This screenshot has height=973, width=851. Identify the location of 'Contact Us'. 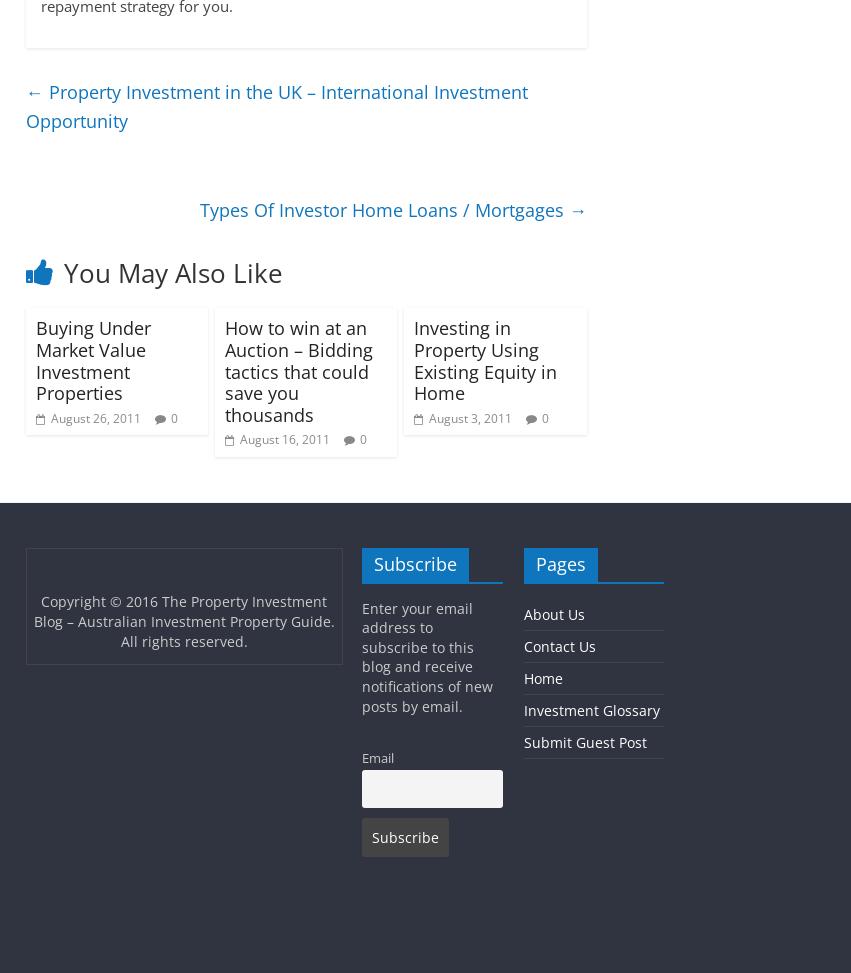
(558, 644).